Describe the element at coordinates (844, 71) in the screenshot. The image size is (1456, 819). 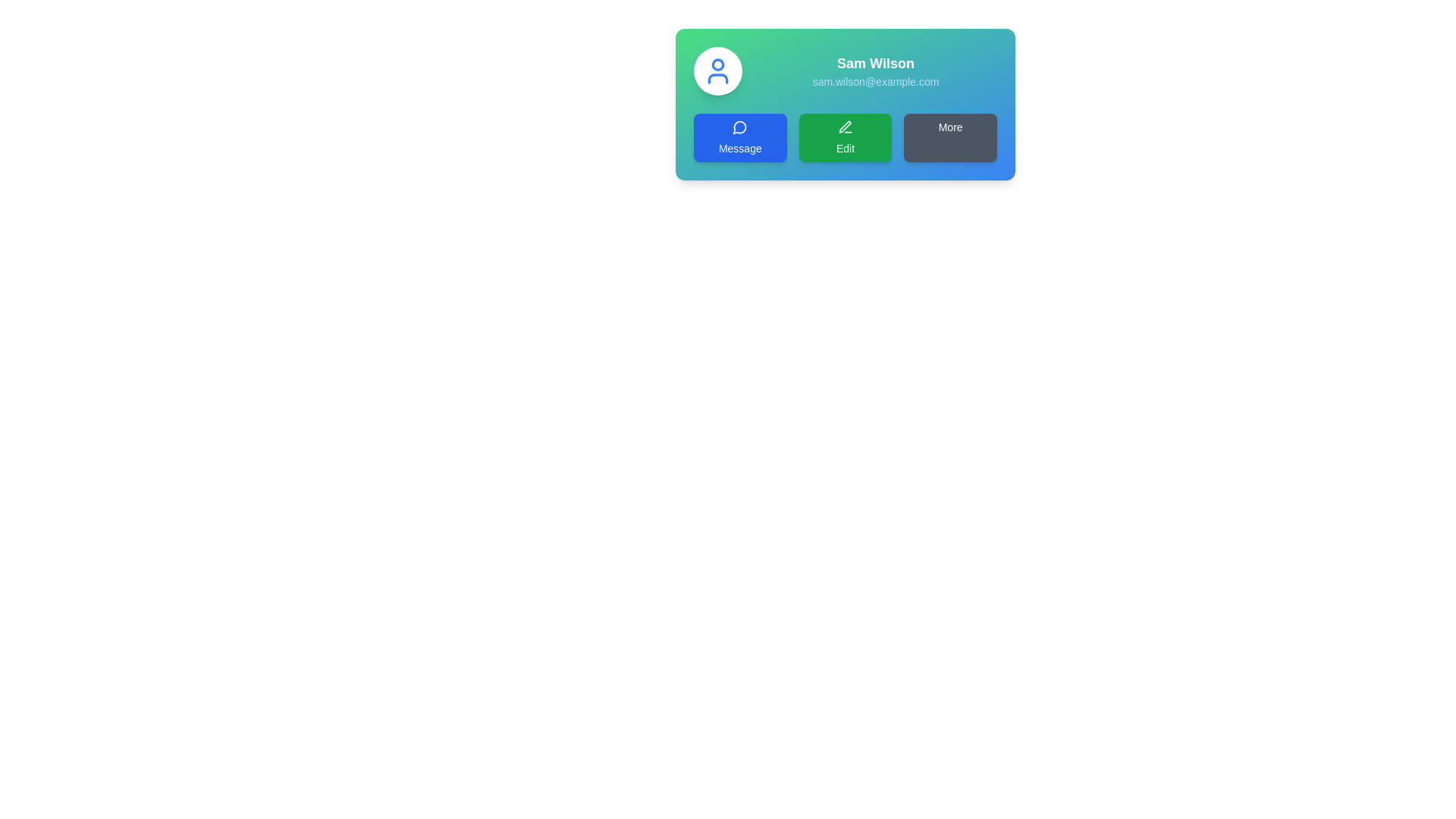
I see `the text display element that shows the user's name and contact email` at that location.